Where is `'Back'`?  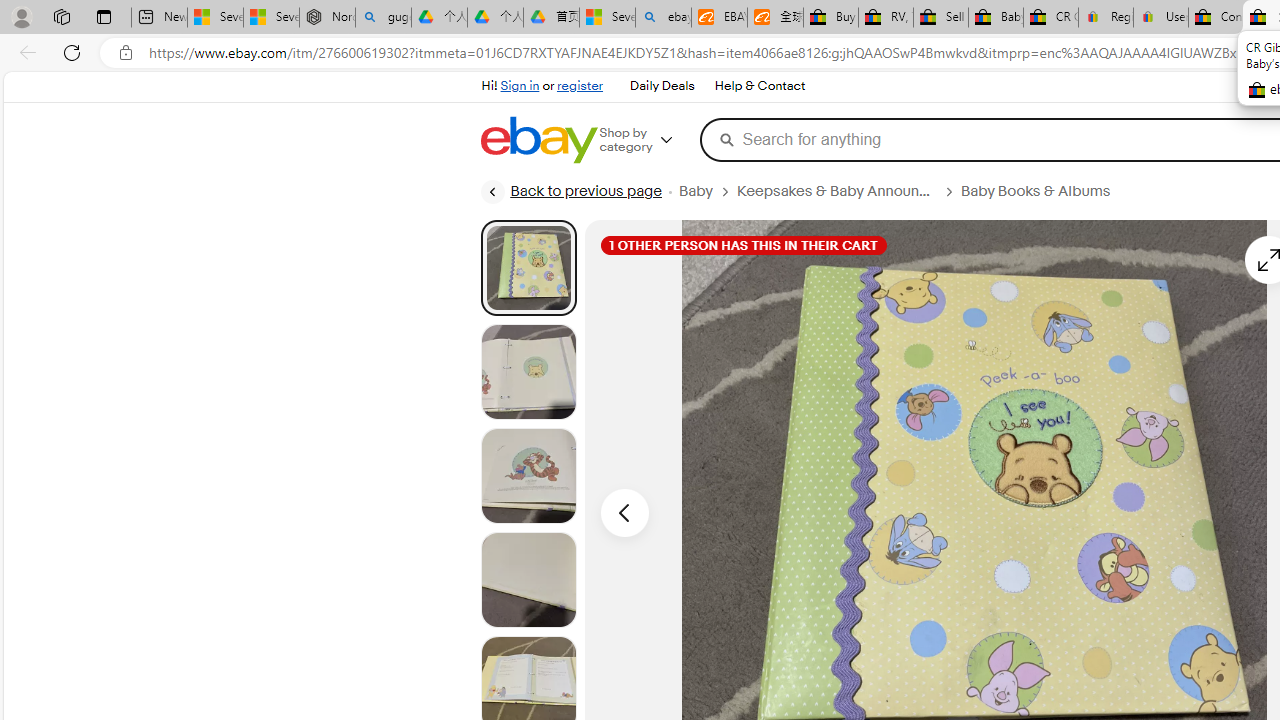 'Back' is located at coordinates (24, 51).